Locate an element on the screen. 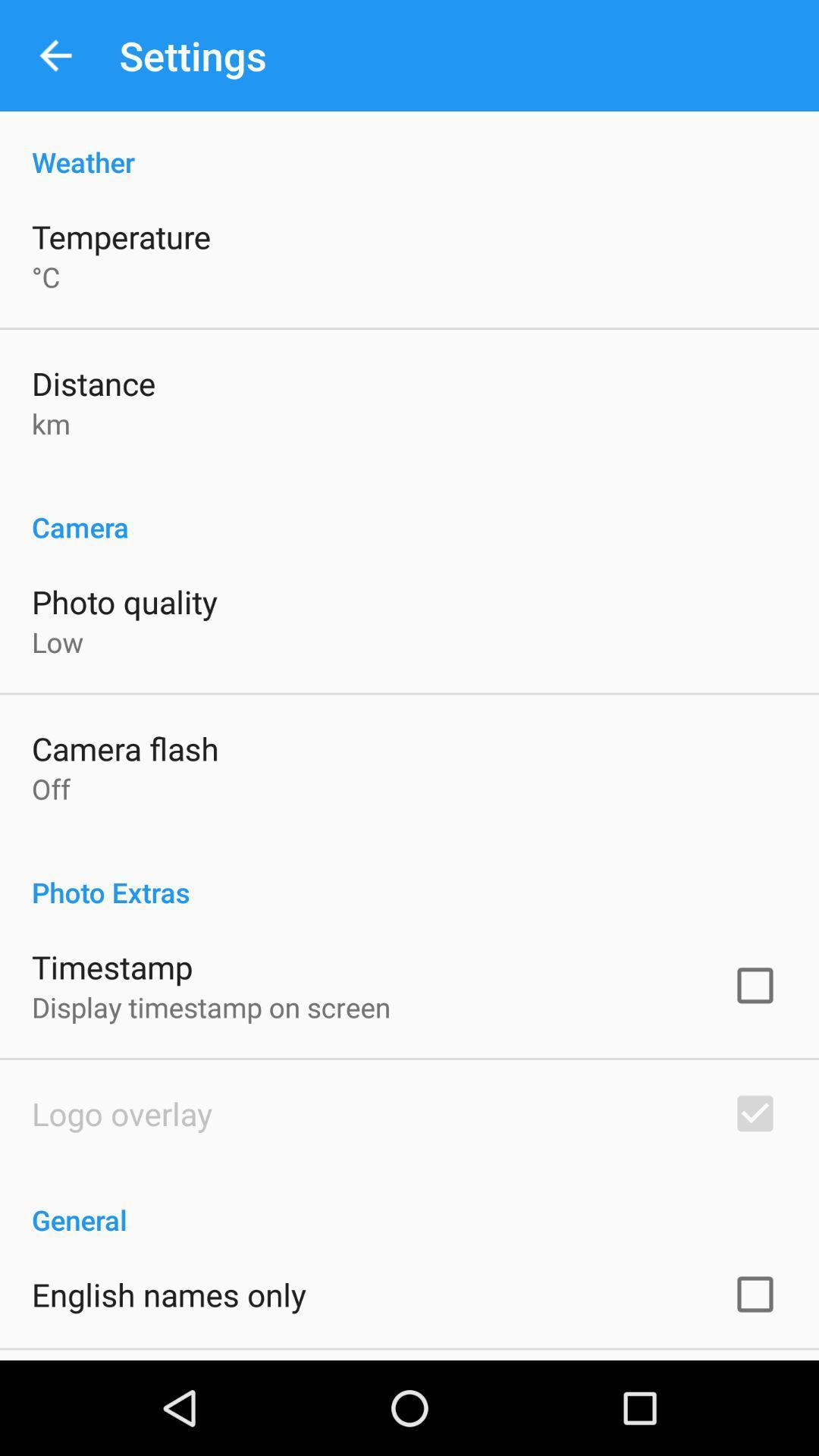 The width and height of the screenshot is (819, 1456). the item below the camera app is located at coordinates (124, 601).